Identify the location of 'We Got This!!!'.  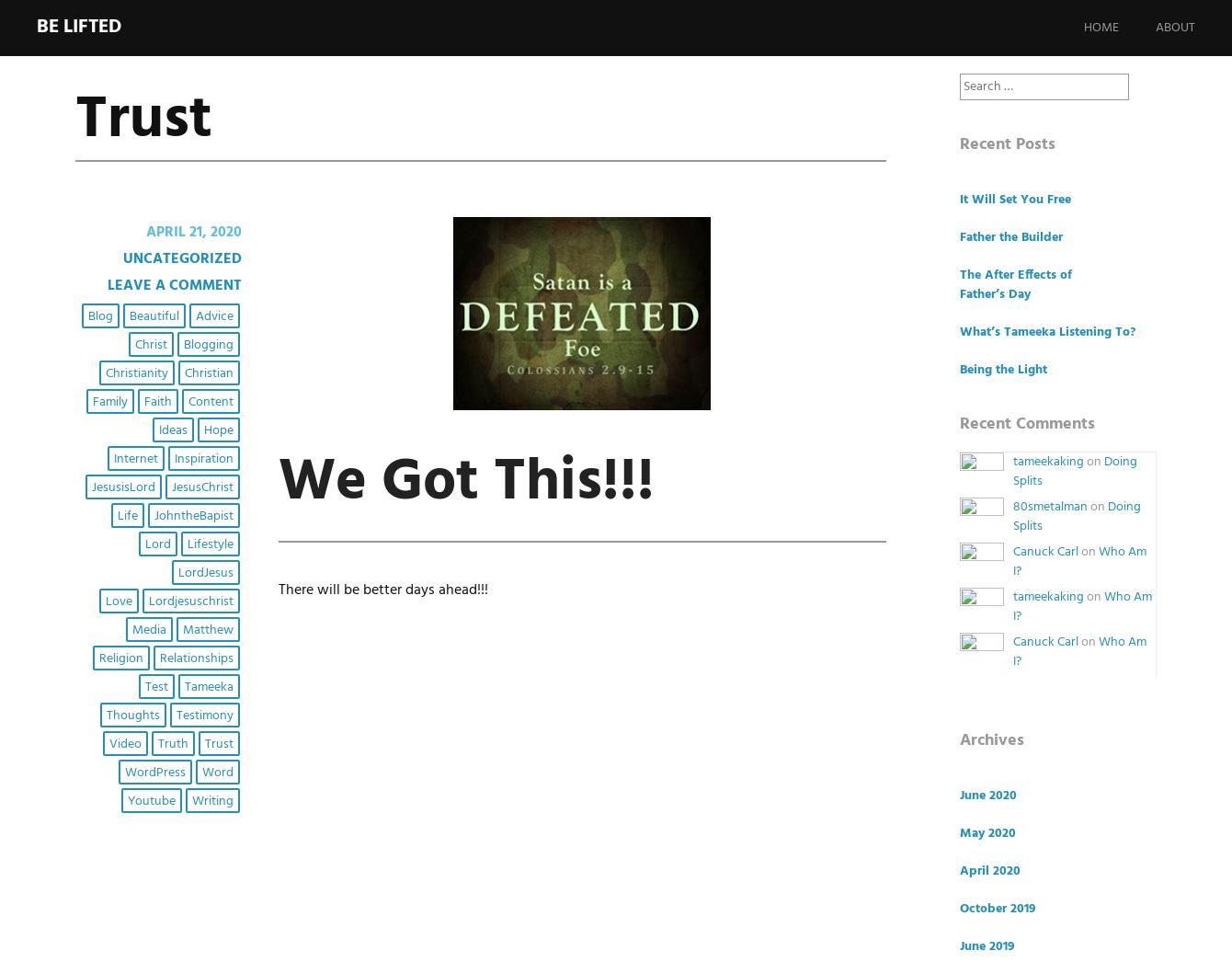
(464, 482).